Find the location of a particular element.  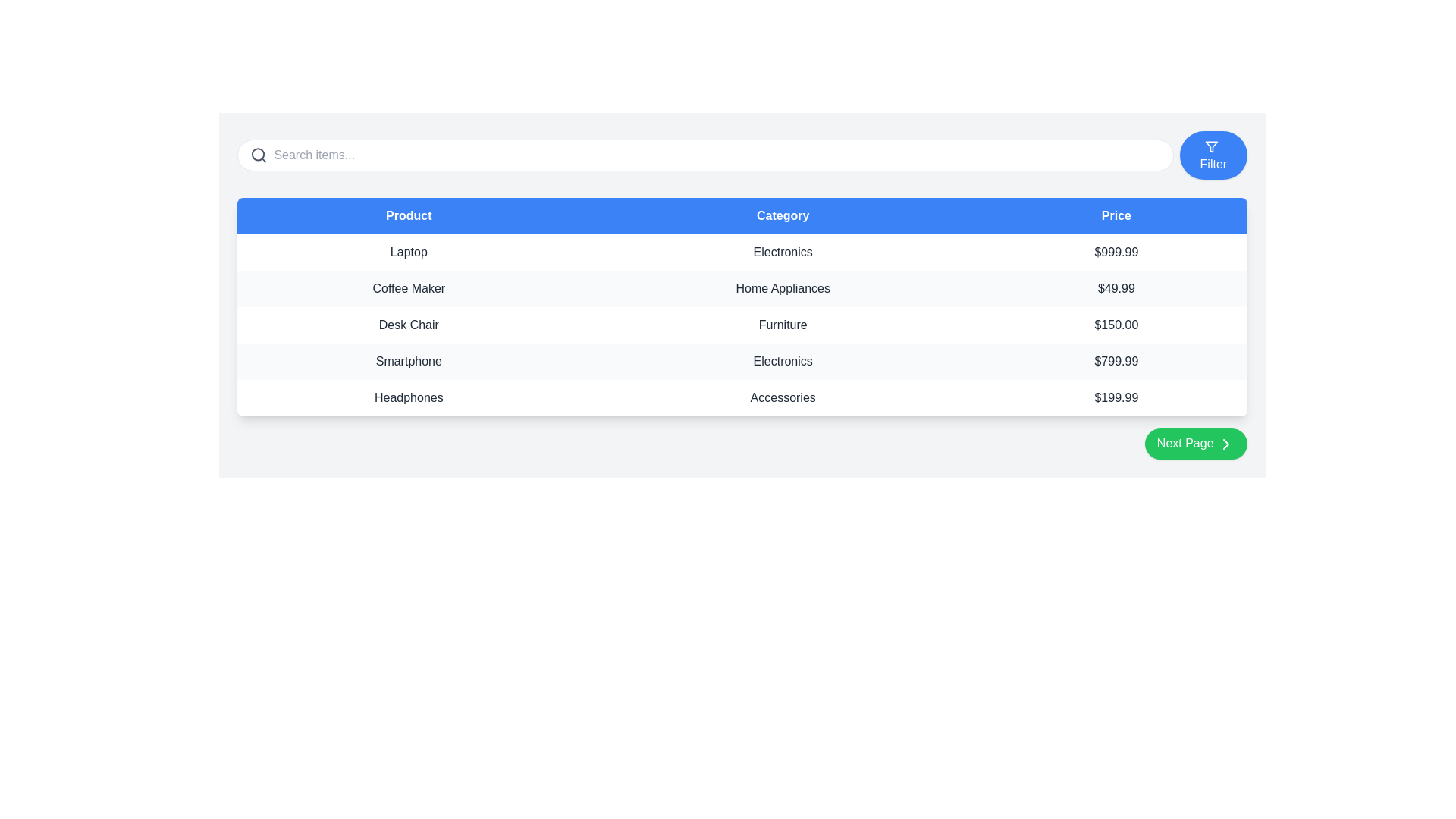

the informational static text in the middle column of the third row of the table indicating the product category, which is located under the 'Category' column header next to 'Desk Chair' and '$150.00' is located at coordinates (783, 324).